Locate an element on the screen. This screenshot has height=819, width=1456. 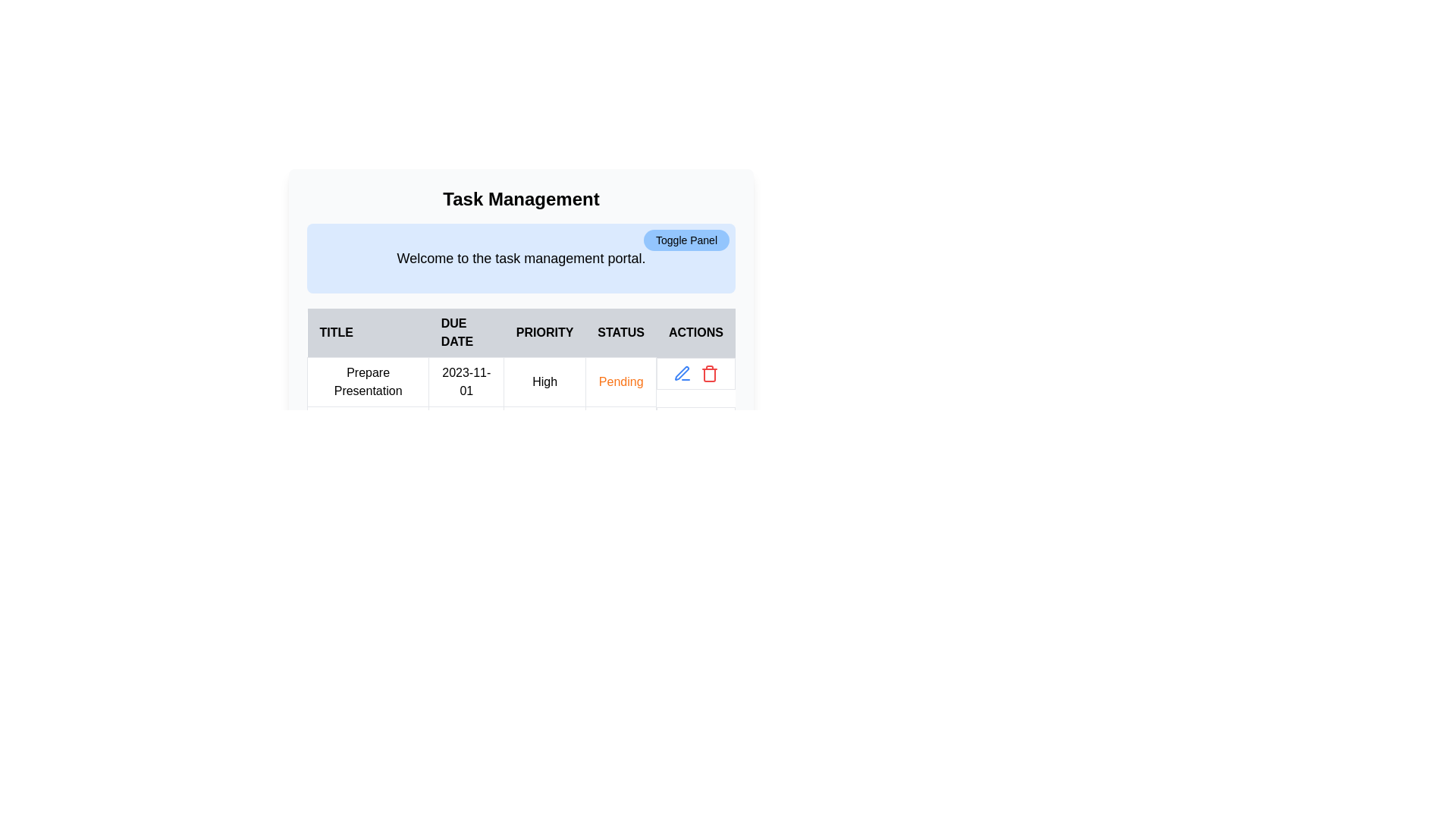
the 'PRIORITY' column header in the table to sort the entries, as sorting is enabled is located at coordinates (521, 332).